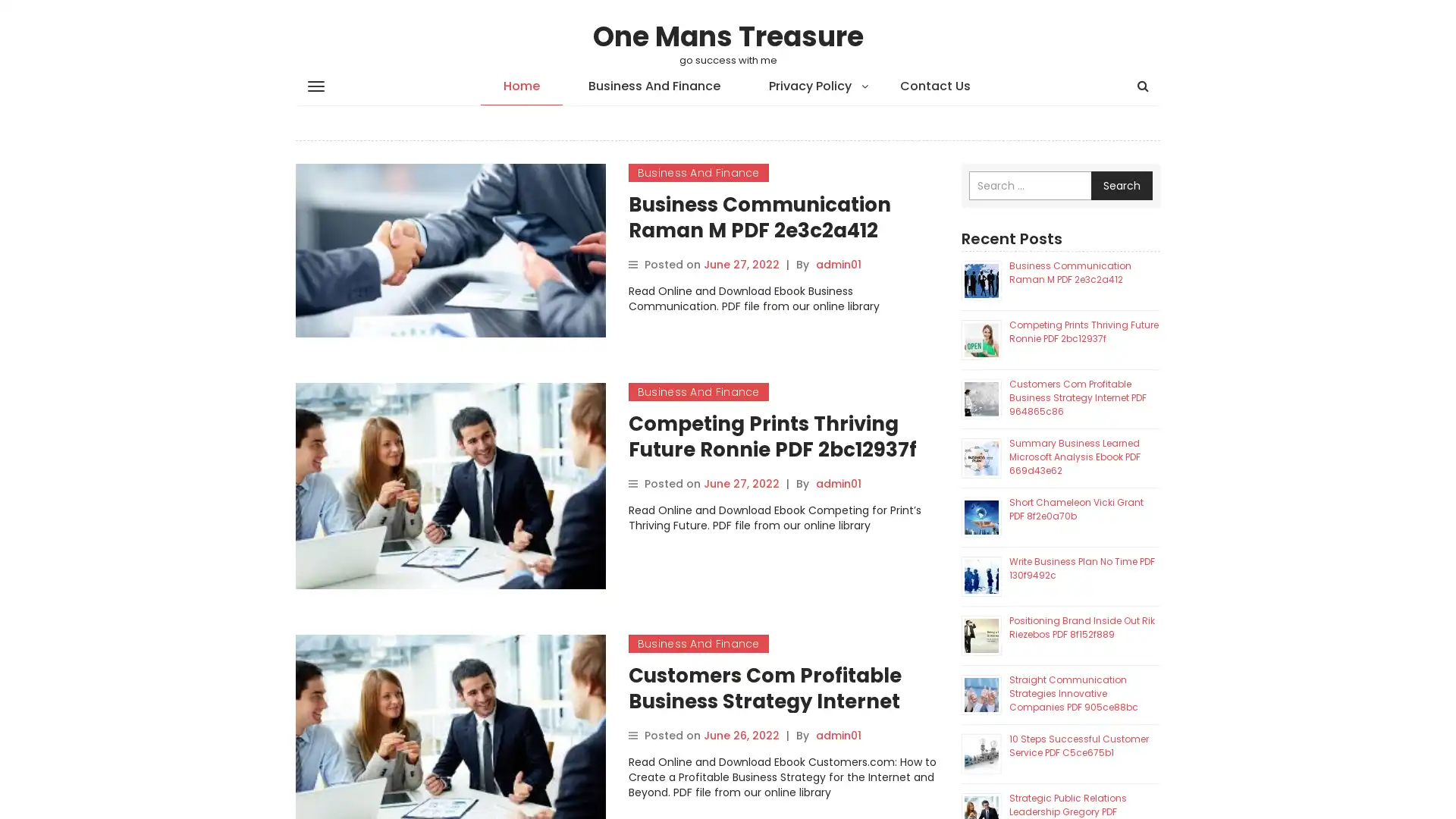 The width and height of the screenshot is (1456, 819). I want to click on Search, so click(1122, 185).